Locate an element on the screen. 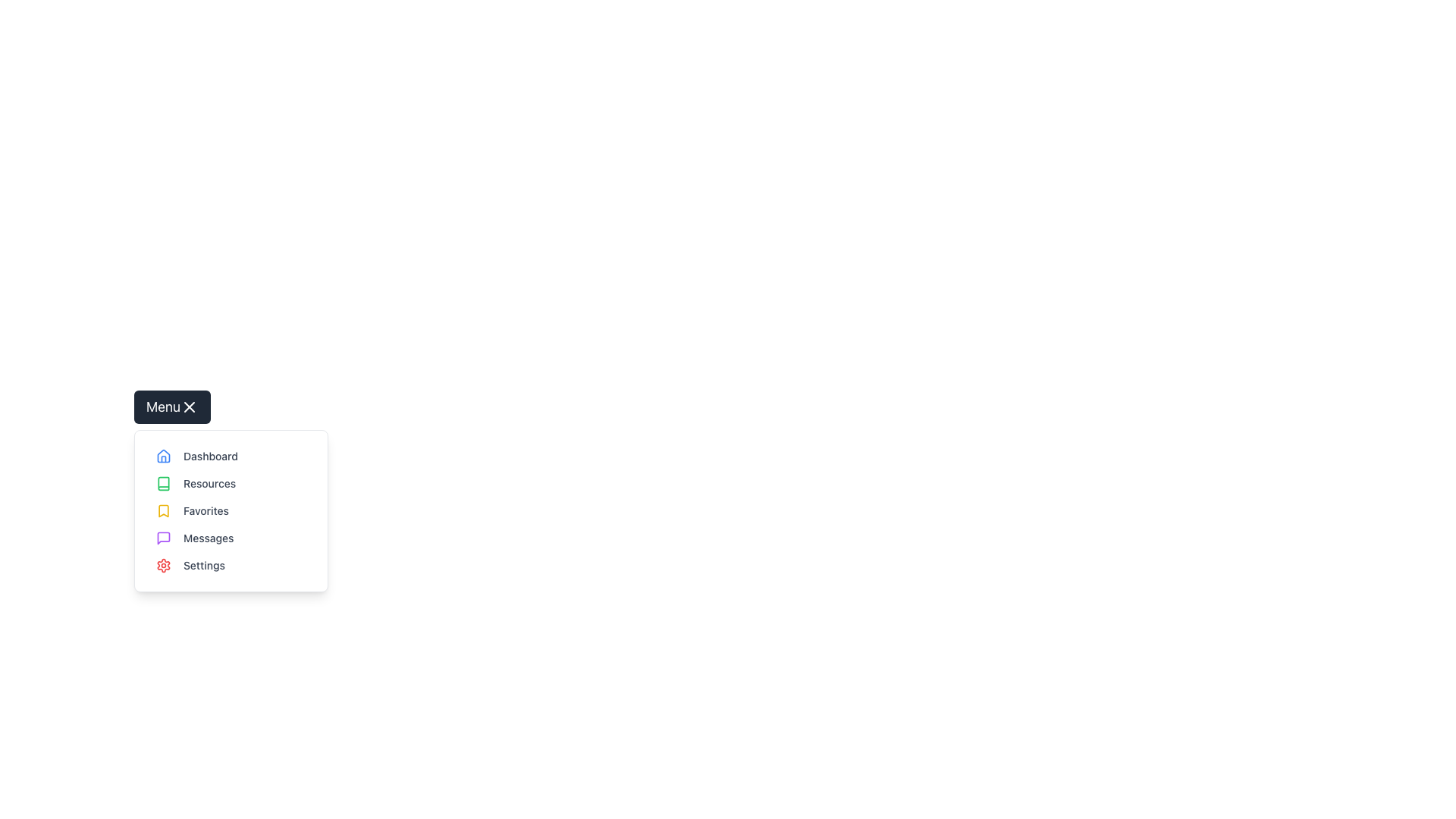 The height and width of the screenshot is (819, 1456). the bookmark icon with a yellow outline to the left of the 'Favorites' label is located at coordinates (164, 511).